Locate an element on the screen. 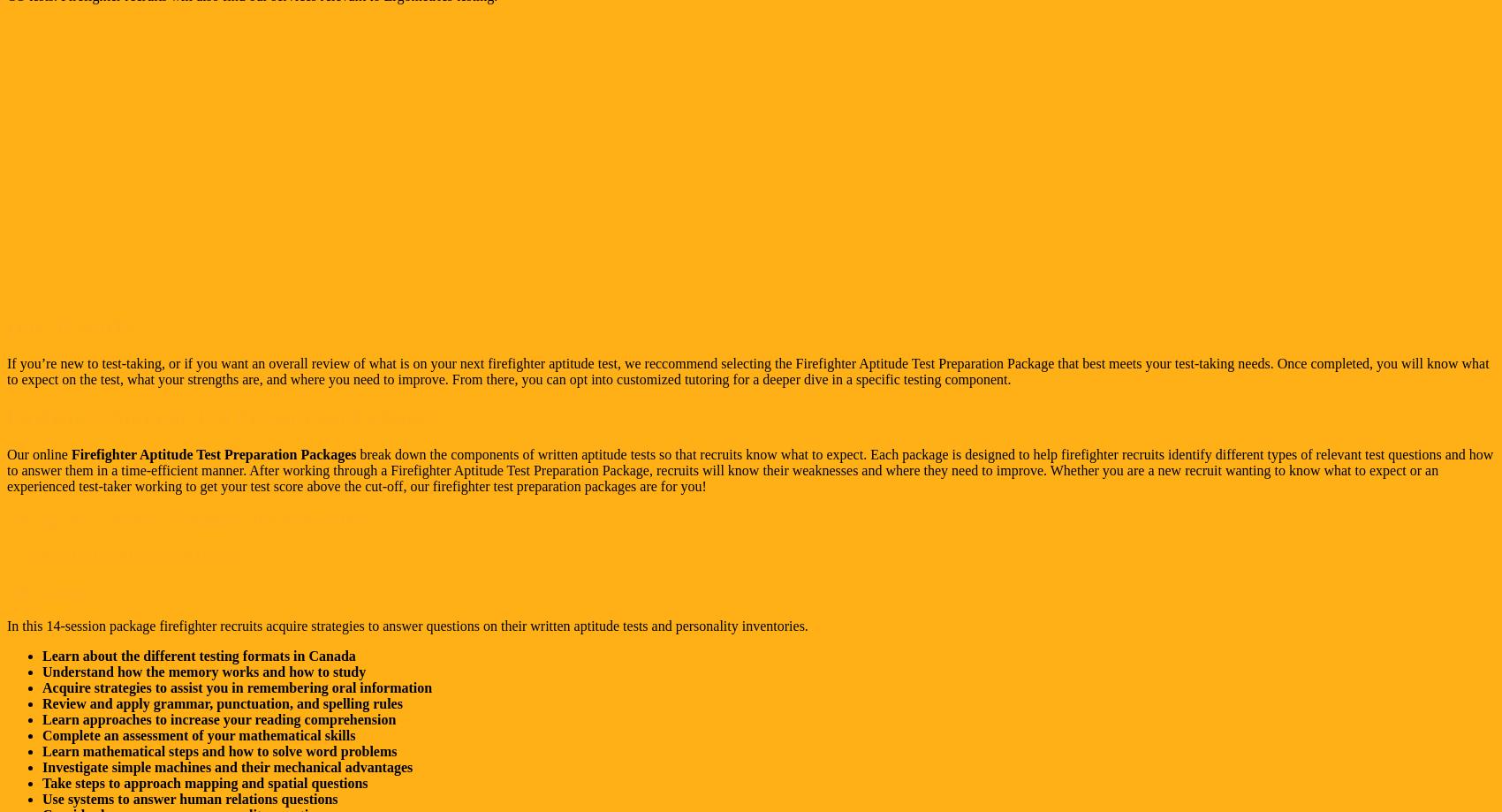  'Package #1: Canadian Firefighter Test Preparation' is located at coordinates (6, 520).